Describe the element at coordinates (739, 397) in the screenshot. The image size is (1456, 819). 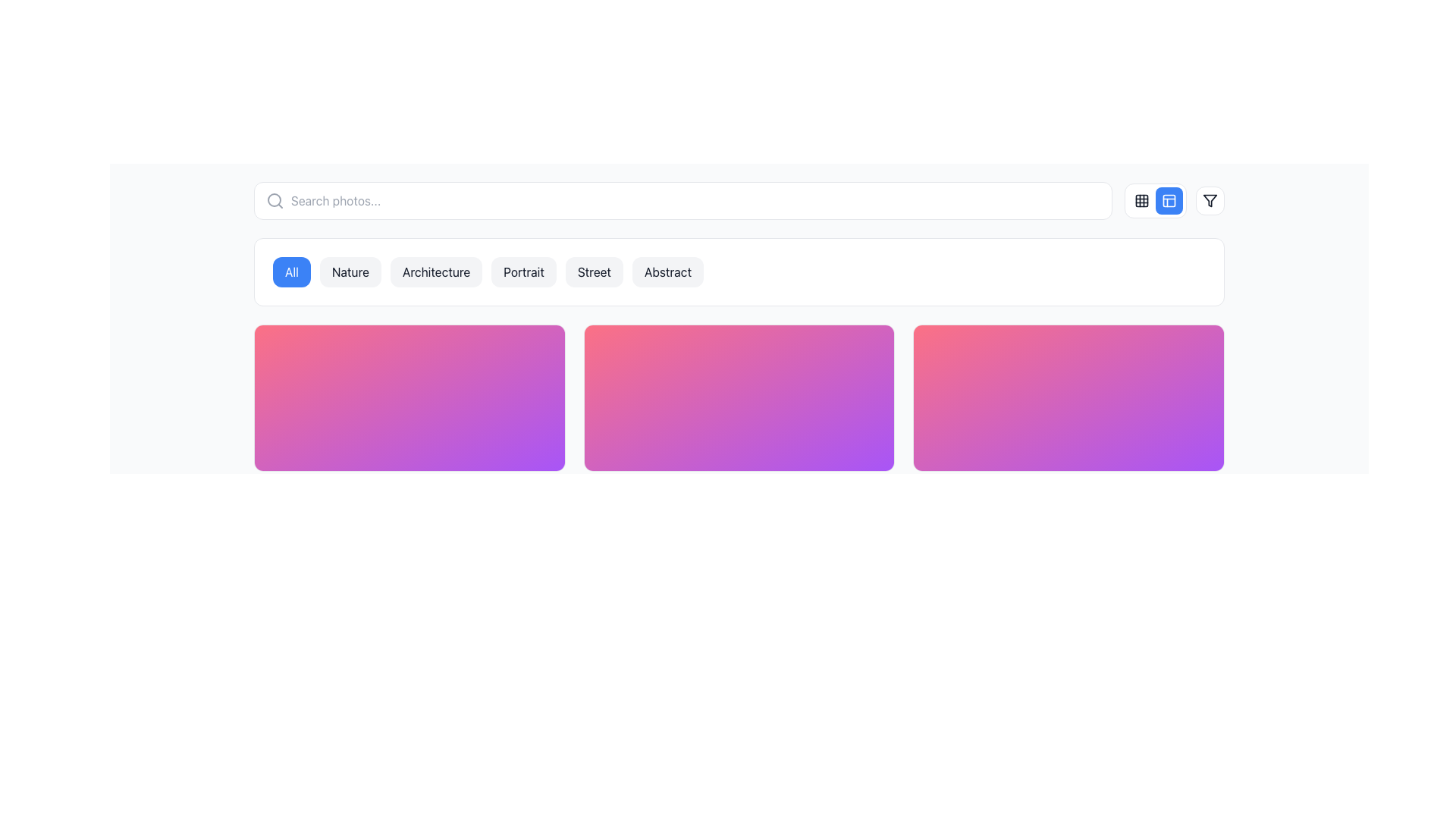
I see `the card component that displays content, positioned` at that location.